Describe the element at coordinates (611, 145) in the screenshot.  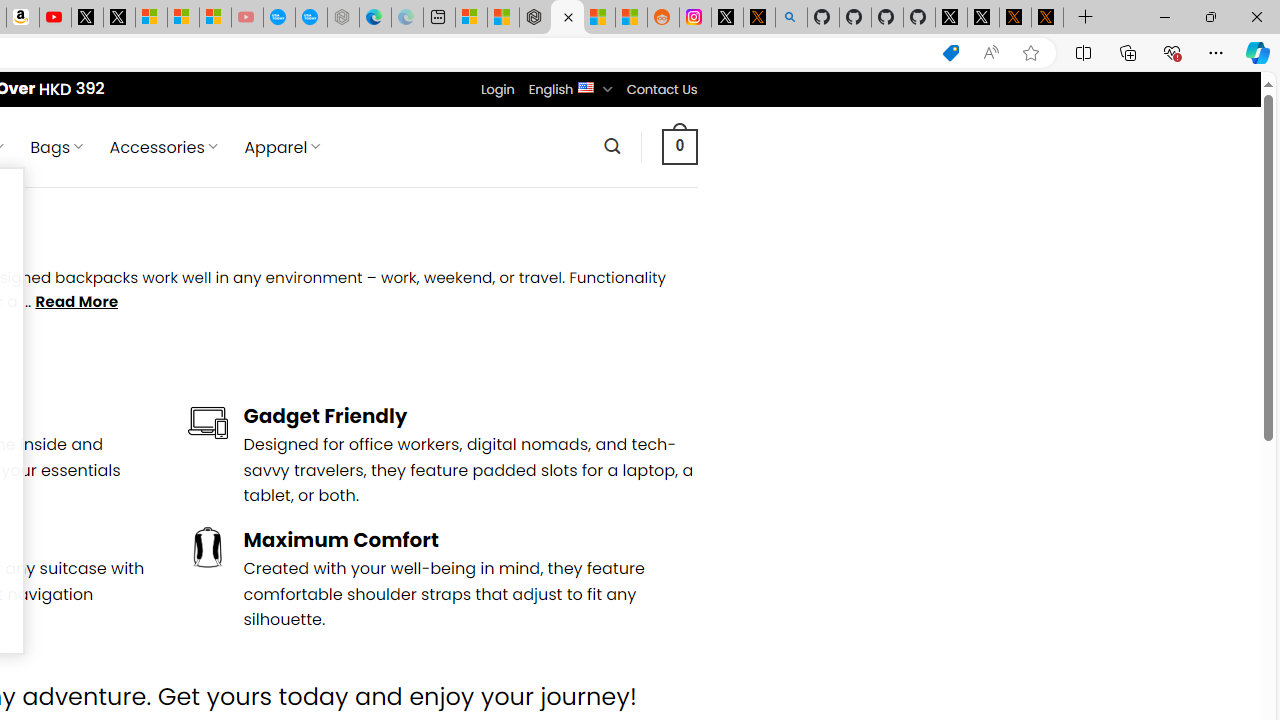
I see `'Search'` at that location.